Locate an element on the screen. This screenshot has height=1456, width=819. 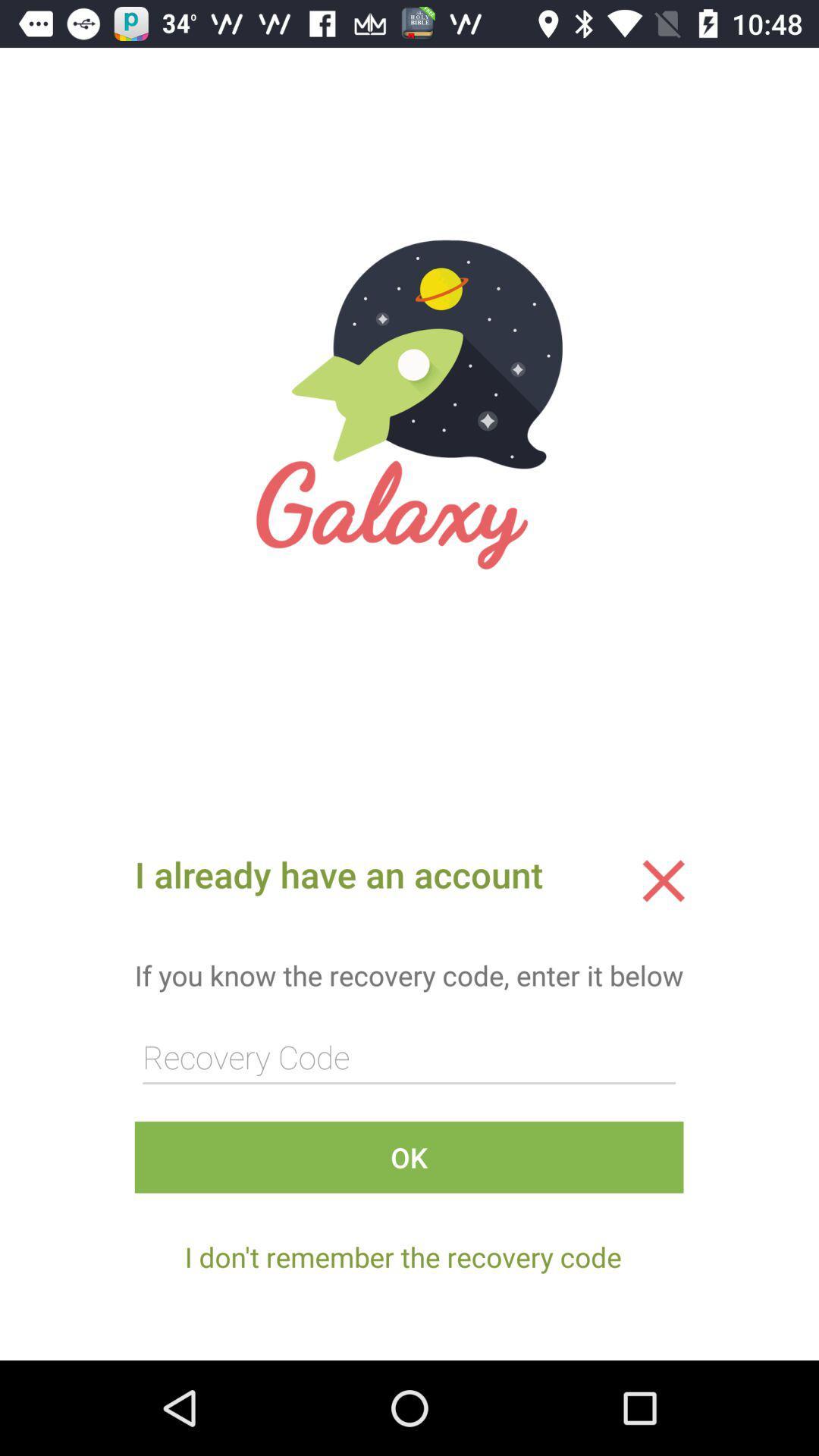
i don t icon is located at coordinates (402, 1257).